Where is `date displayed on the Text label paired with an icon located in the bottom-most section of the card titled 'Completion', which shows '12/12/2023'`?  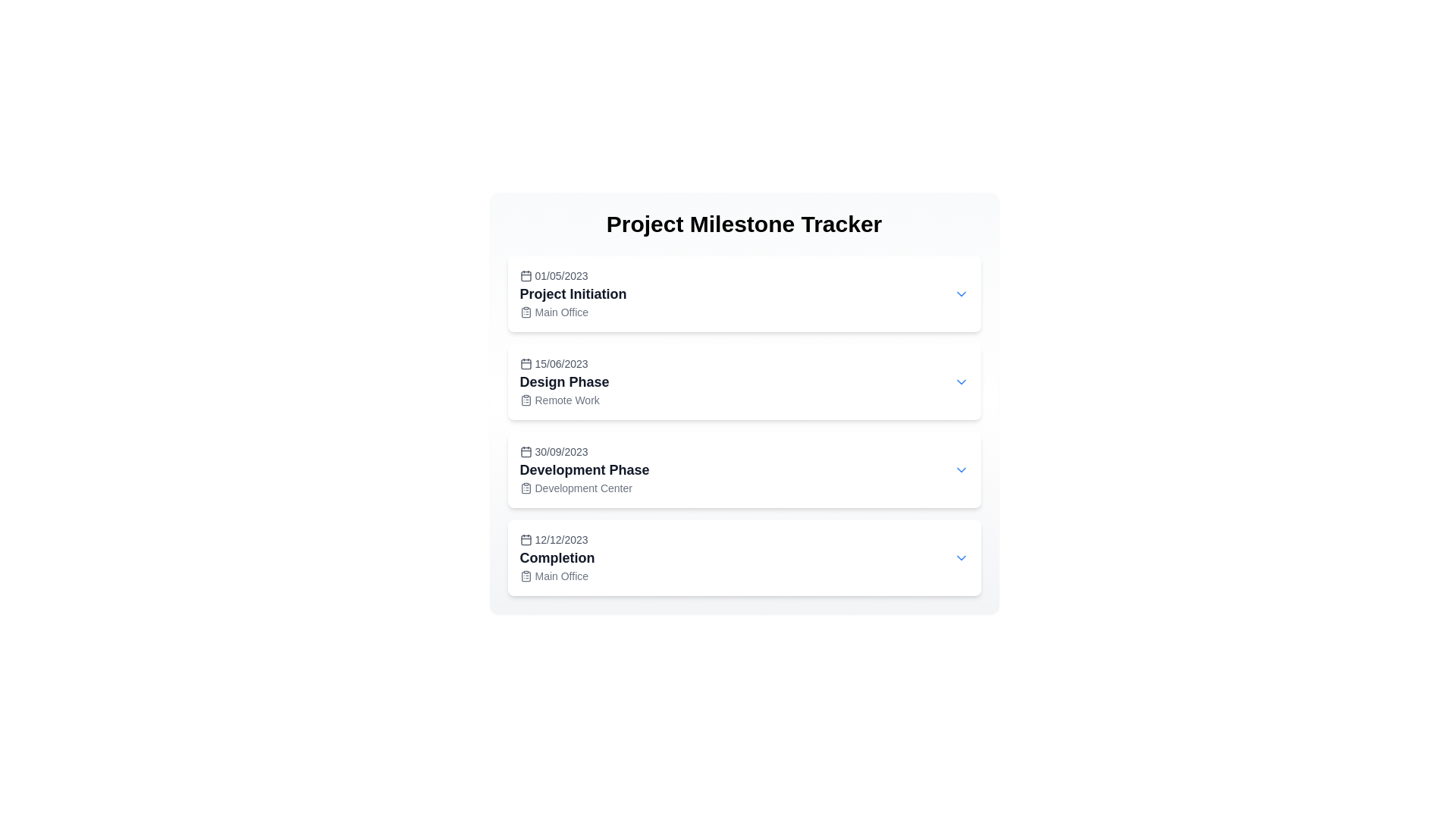
date displayed on the Text label paired with an icon located in the bottom-most section of the card titled 'Completion', which shows '12/12/2023' is located at coordinates (556, 539).